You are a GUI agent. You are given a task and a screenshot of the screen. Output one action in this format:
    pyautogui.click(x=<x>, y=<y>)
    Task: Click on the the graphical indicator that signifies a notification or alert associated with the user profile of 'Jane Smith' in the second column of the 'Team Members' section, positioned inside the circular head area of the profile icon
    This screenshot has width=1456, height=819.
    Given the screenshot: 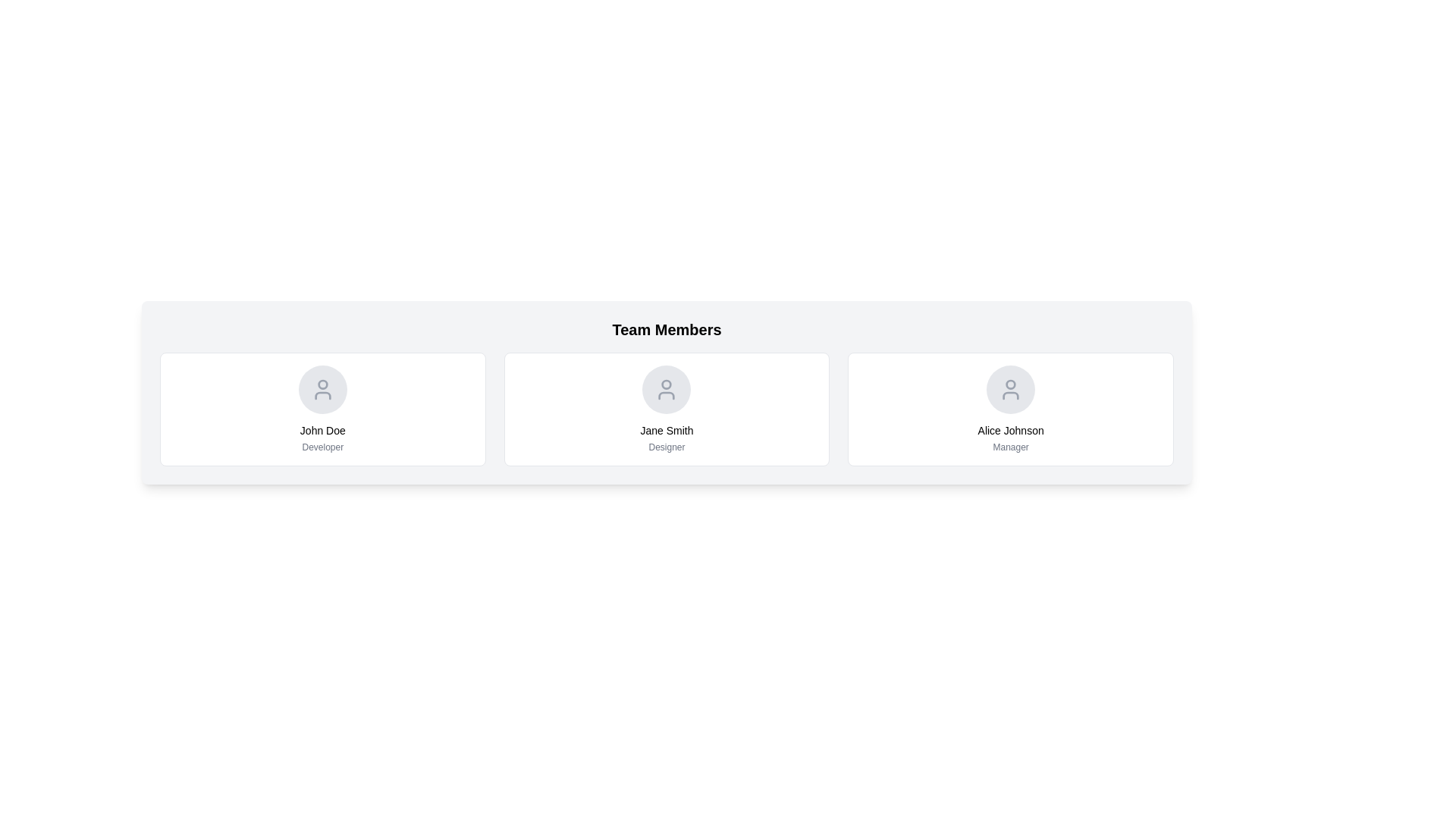 What is the action you would take?
    pyautogui.click(x=667, y=384)
    